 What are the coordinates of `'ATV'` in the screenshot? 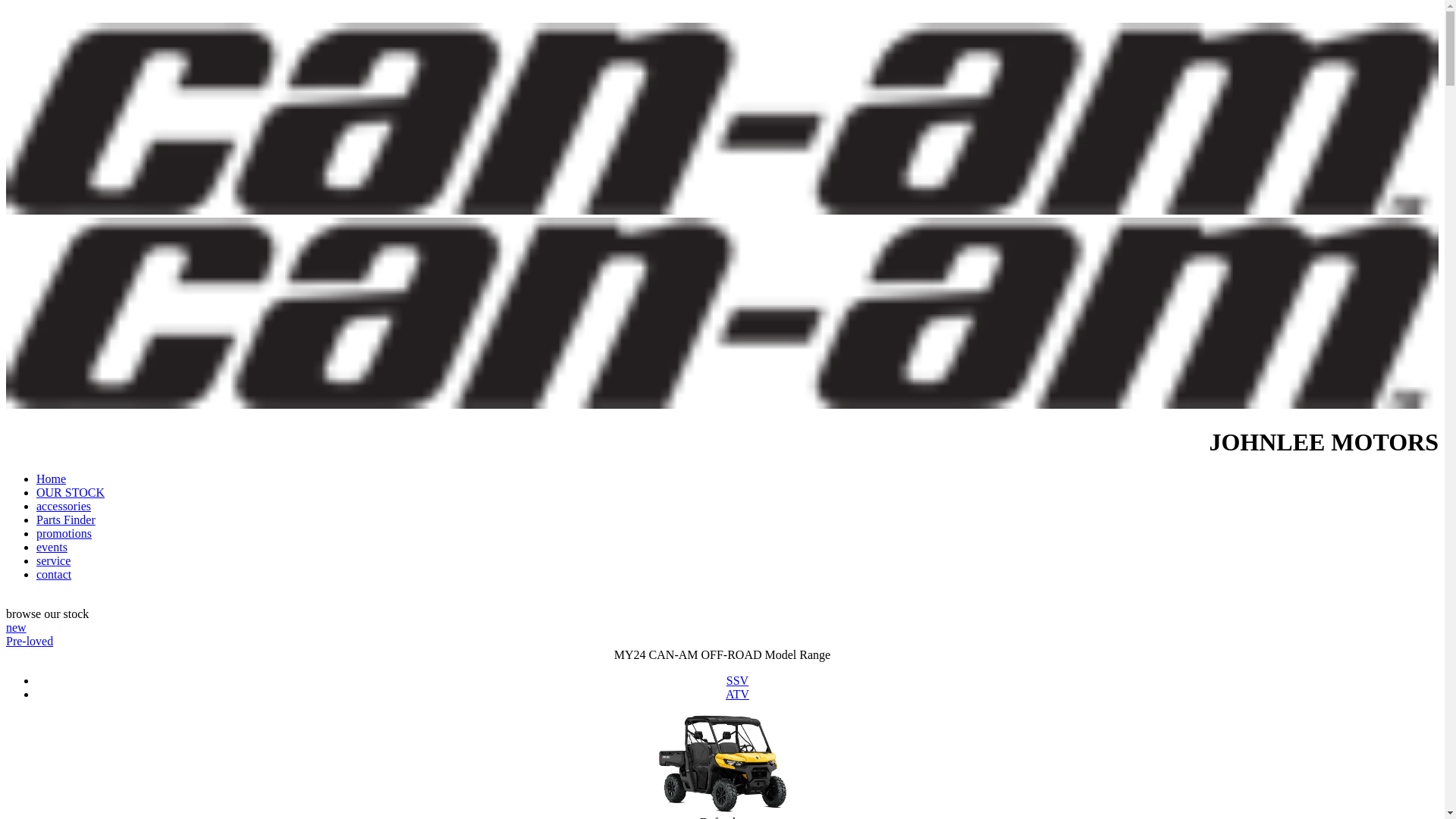 It's located at (737, 694).